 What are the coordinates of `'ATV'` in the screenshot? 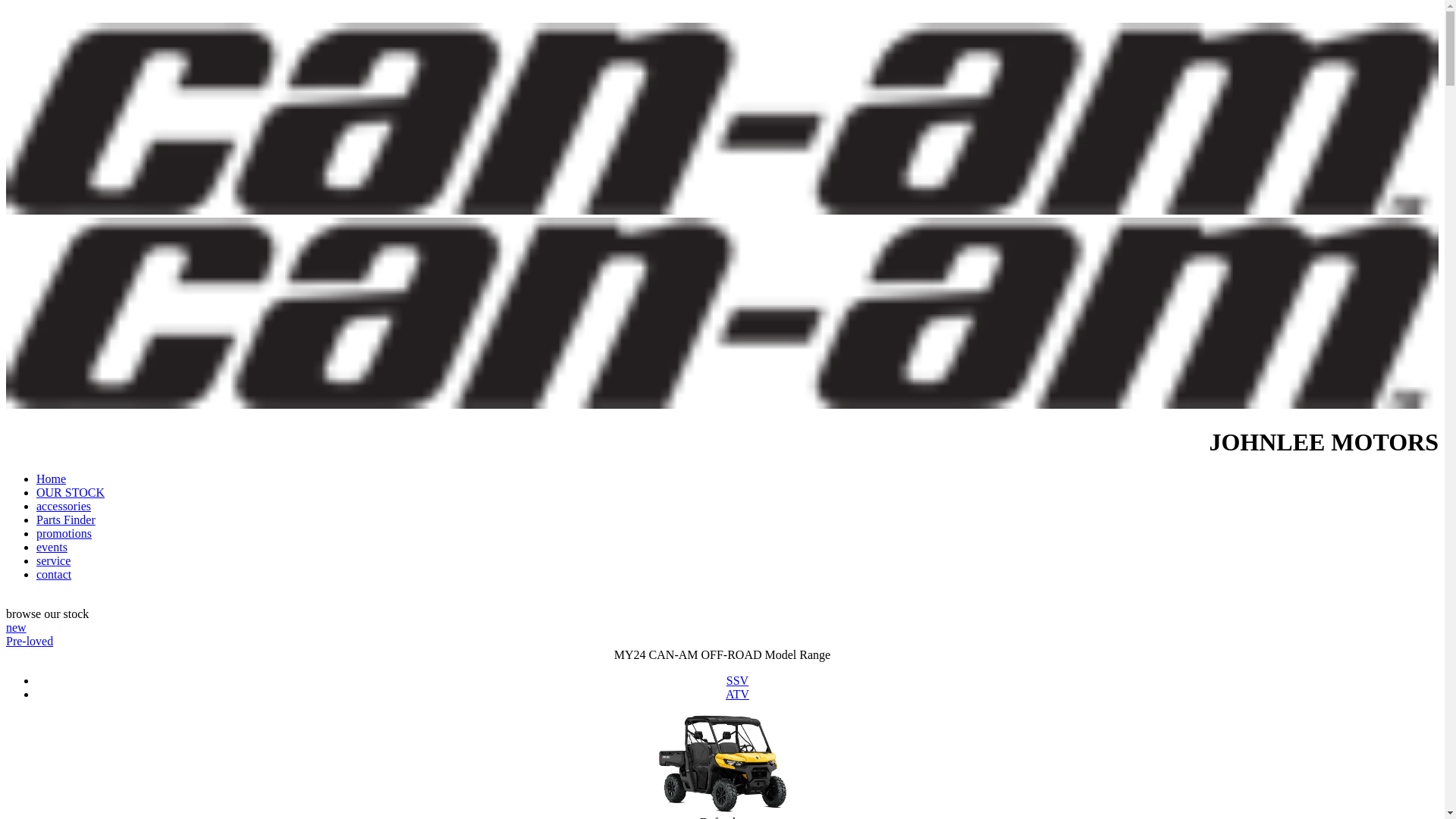 It's located at (737, 694).